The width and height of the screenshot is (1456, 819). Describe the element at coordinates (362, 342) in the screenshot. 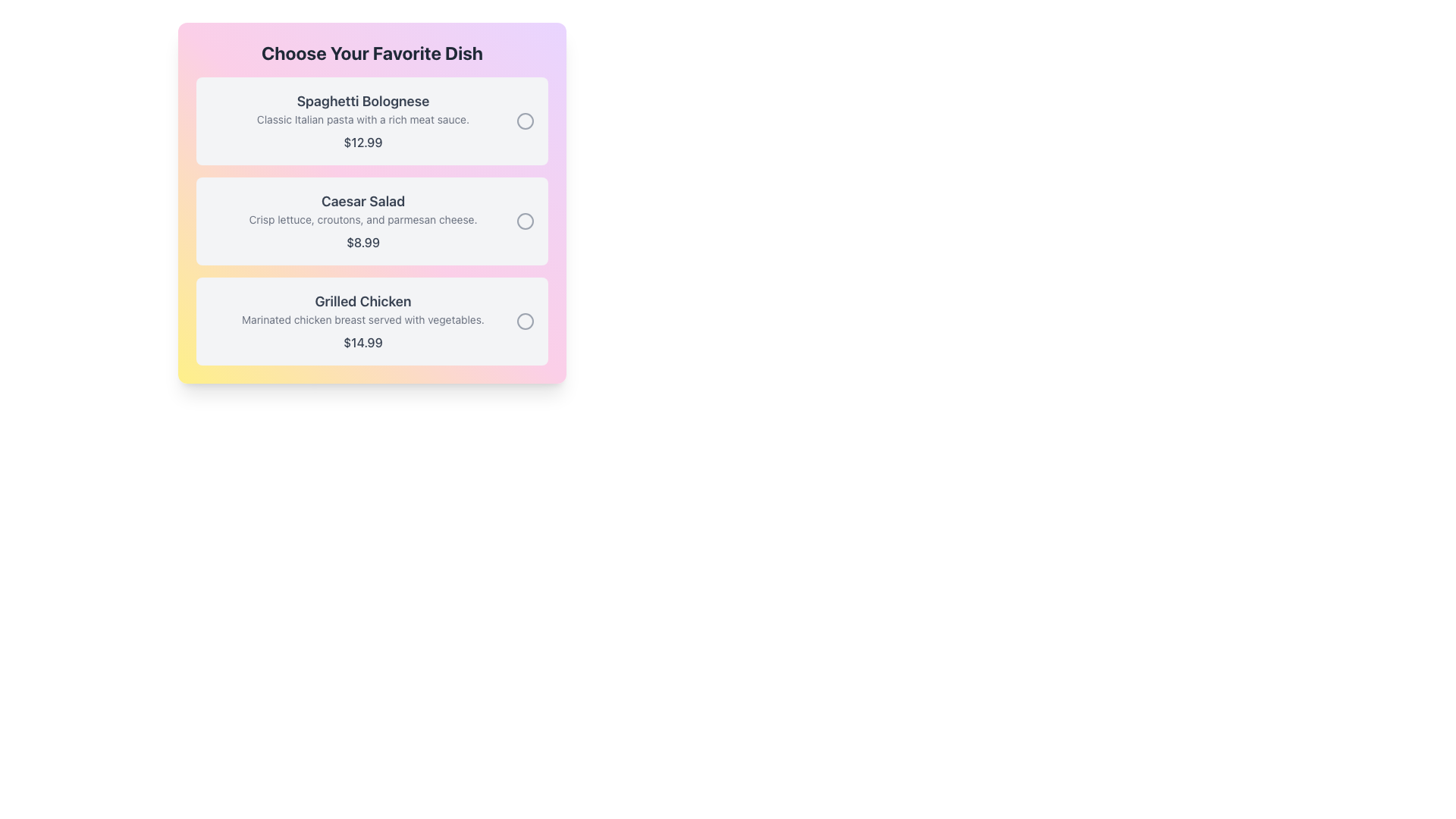

I see `the price text element that provides information on the cost of the dish, located below the description of 'Marinated chicken breast served with vegetables'` at that location.